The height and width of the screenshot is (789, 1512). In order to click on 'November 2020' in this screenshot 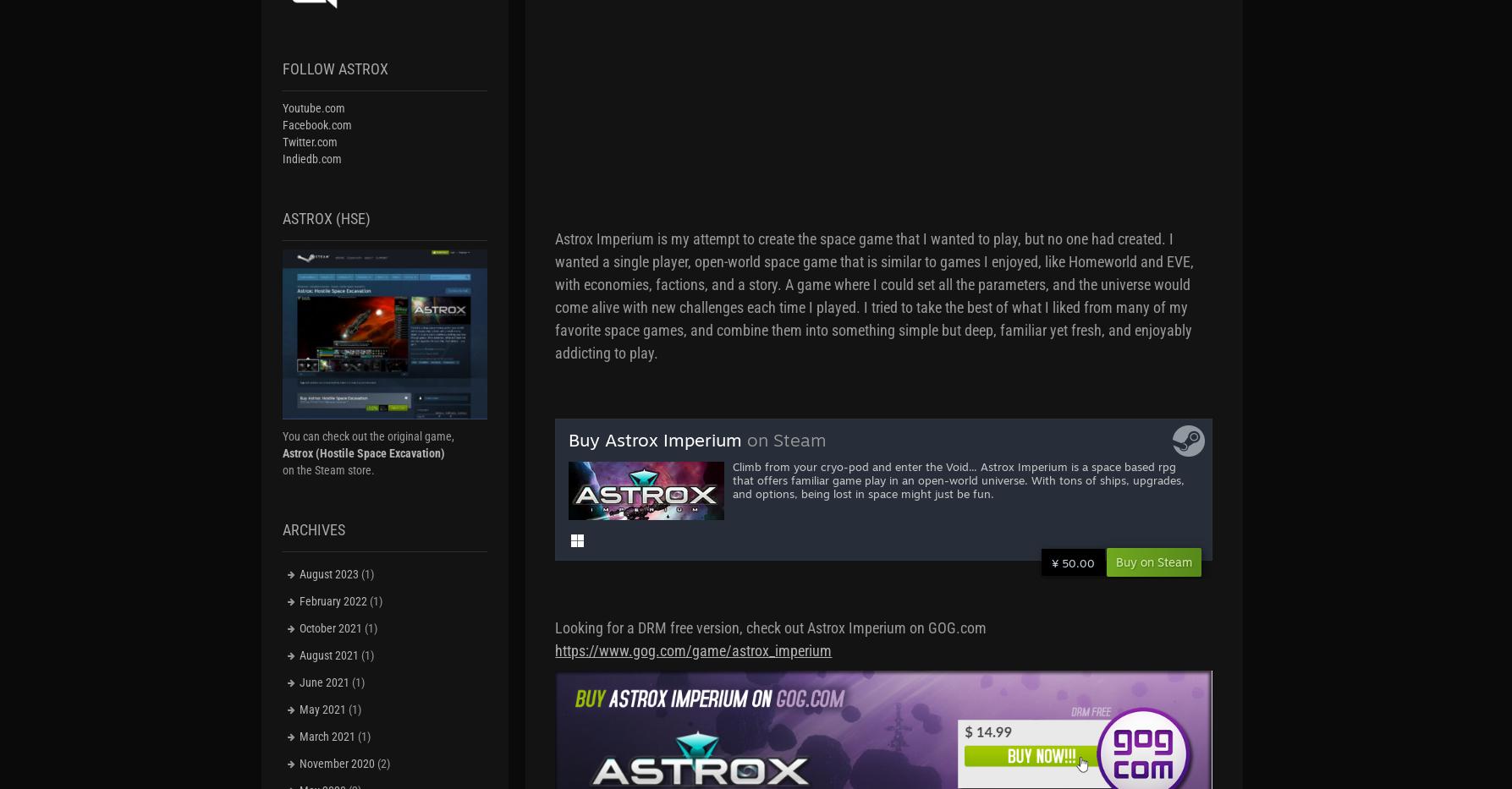, I will do `click(297, 763)`.